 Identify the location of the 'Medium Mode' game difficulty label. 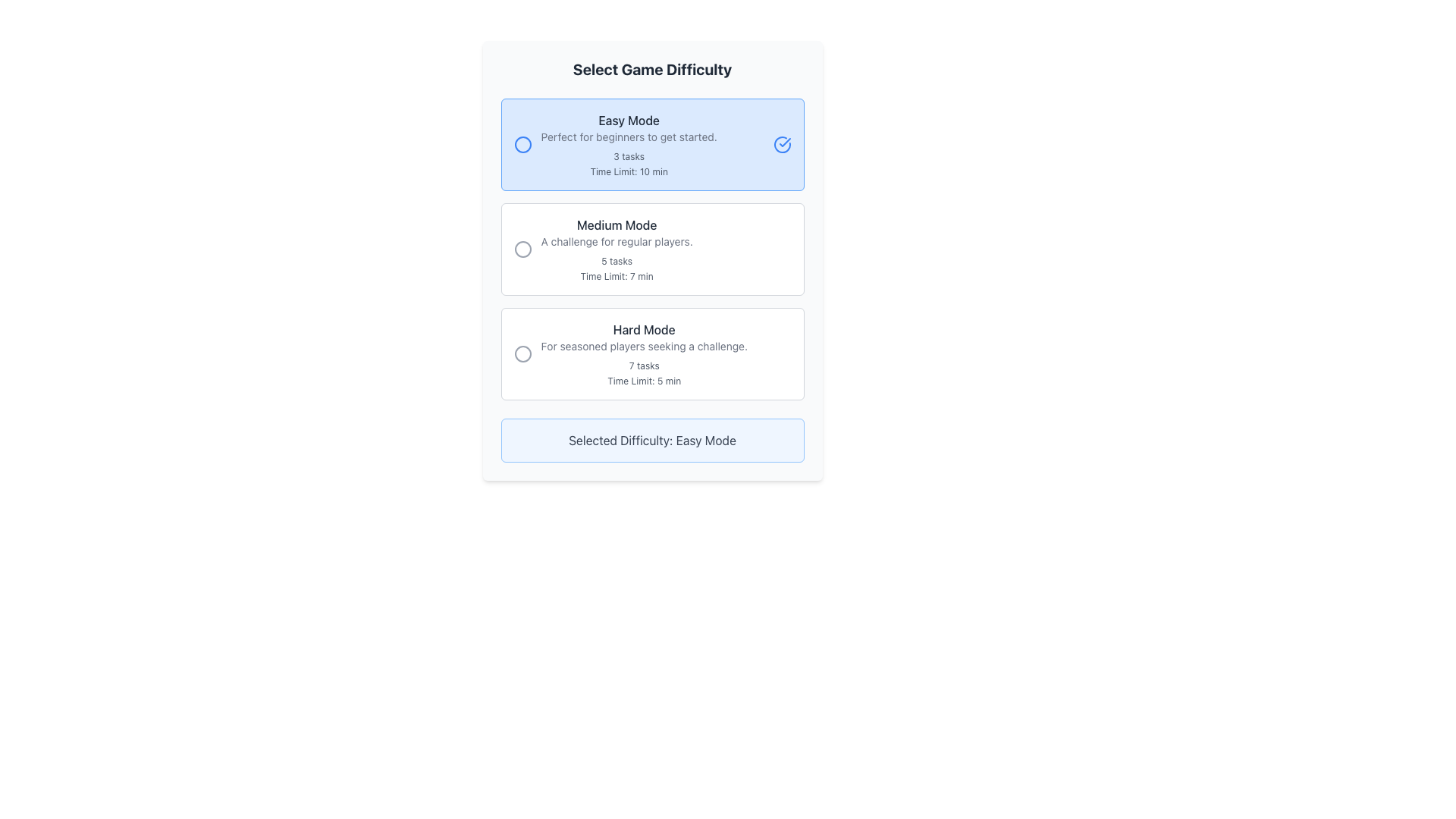
(617, 225).